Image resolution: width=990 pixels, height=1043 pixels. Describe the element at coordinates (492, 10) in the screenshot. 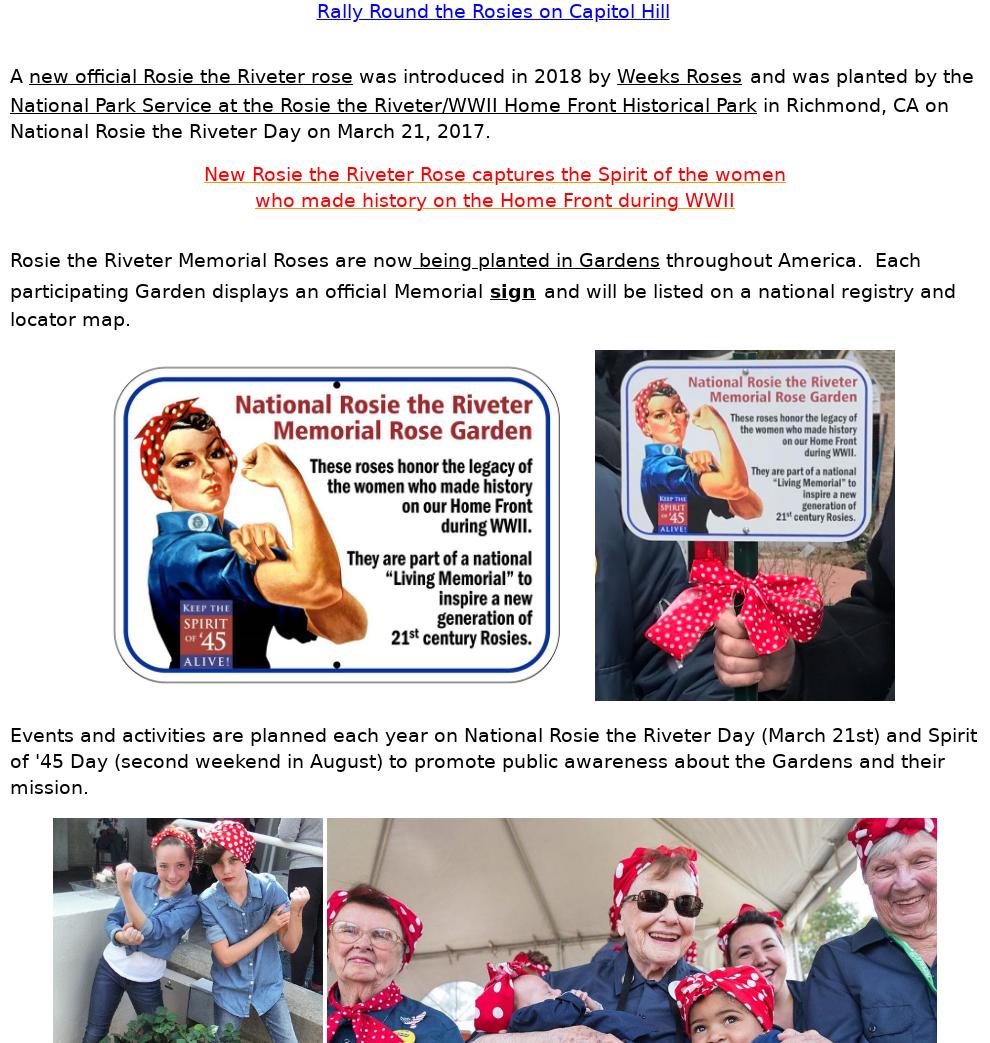

I see `'Rally Round the Rosies on Capitol Hill'` at that location.